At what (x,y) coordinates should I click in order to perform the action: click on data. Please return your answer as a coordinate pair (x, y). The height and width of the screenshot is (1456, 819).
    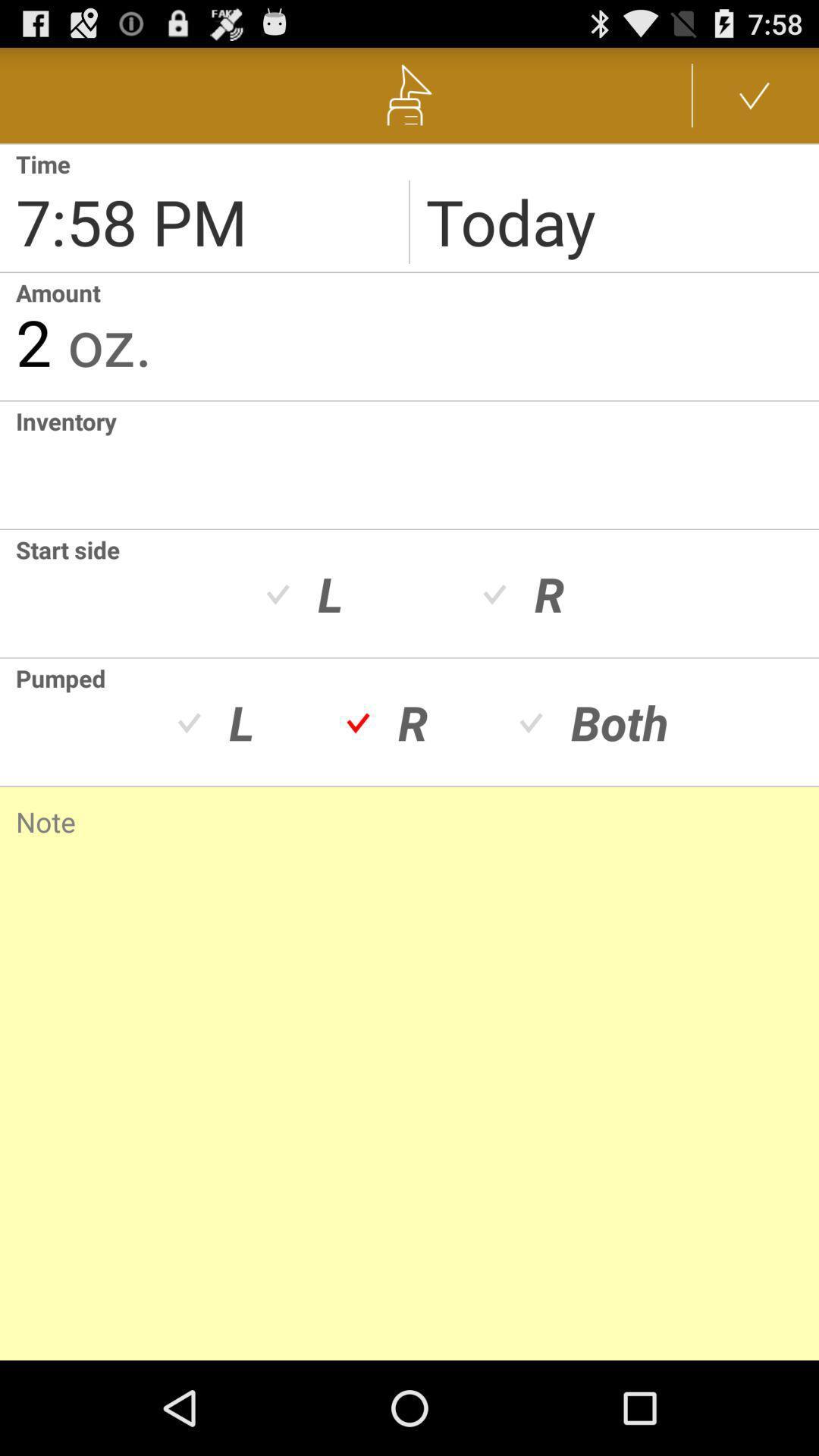
    Looking at the image, I should click on (755, 94).